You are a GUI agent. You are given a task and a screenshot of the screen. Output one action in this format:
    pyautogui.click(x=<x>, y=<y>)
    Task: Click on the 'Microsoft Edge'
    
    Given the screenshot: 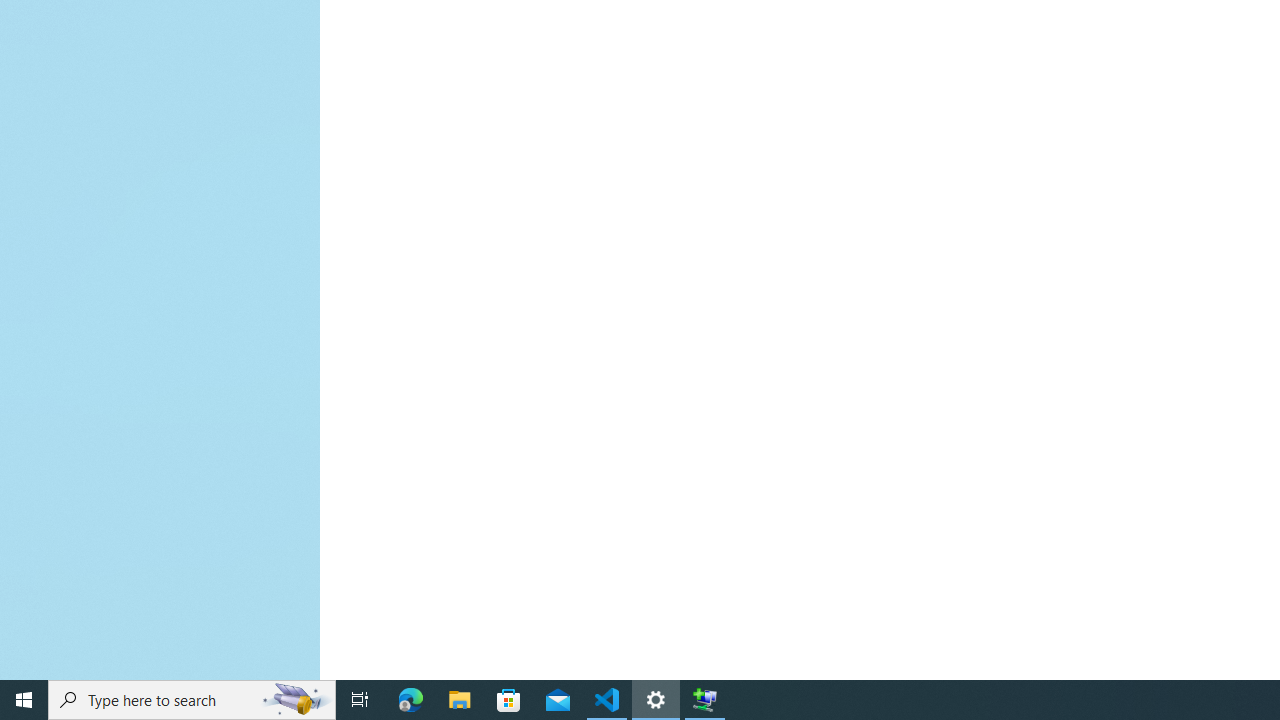 What is the action you would take?
    pyautogui.click(x=410, y=698)
    